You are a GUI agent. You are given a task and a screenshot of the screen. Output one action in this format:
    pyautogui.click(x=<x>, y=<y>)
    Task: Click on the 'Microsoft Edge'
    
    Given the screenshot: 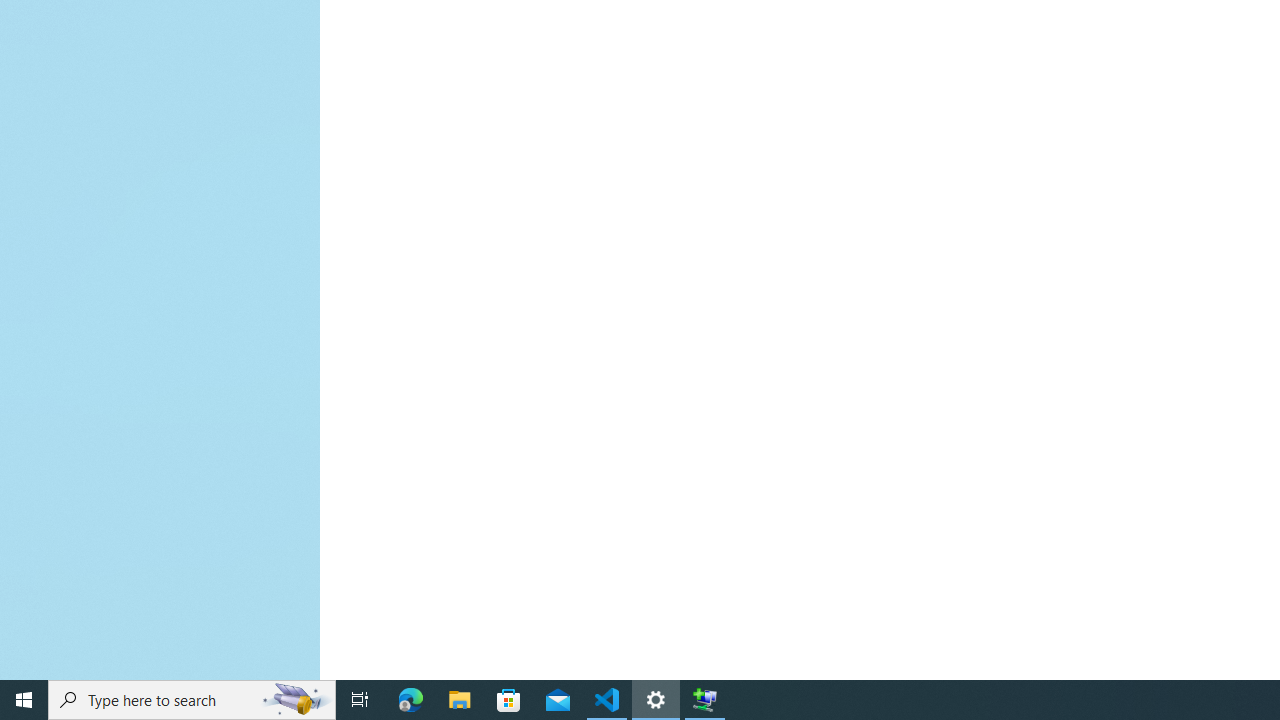 What is the action you would take?
    pyautogui.click(x=410, y=698)
    